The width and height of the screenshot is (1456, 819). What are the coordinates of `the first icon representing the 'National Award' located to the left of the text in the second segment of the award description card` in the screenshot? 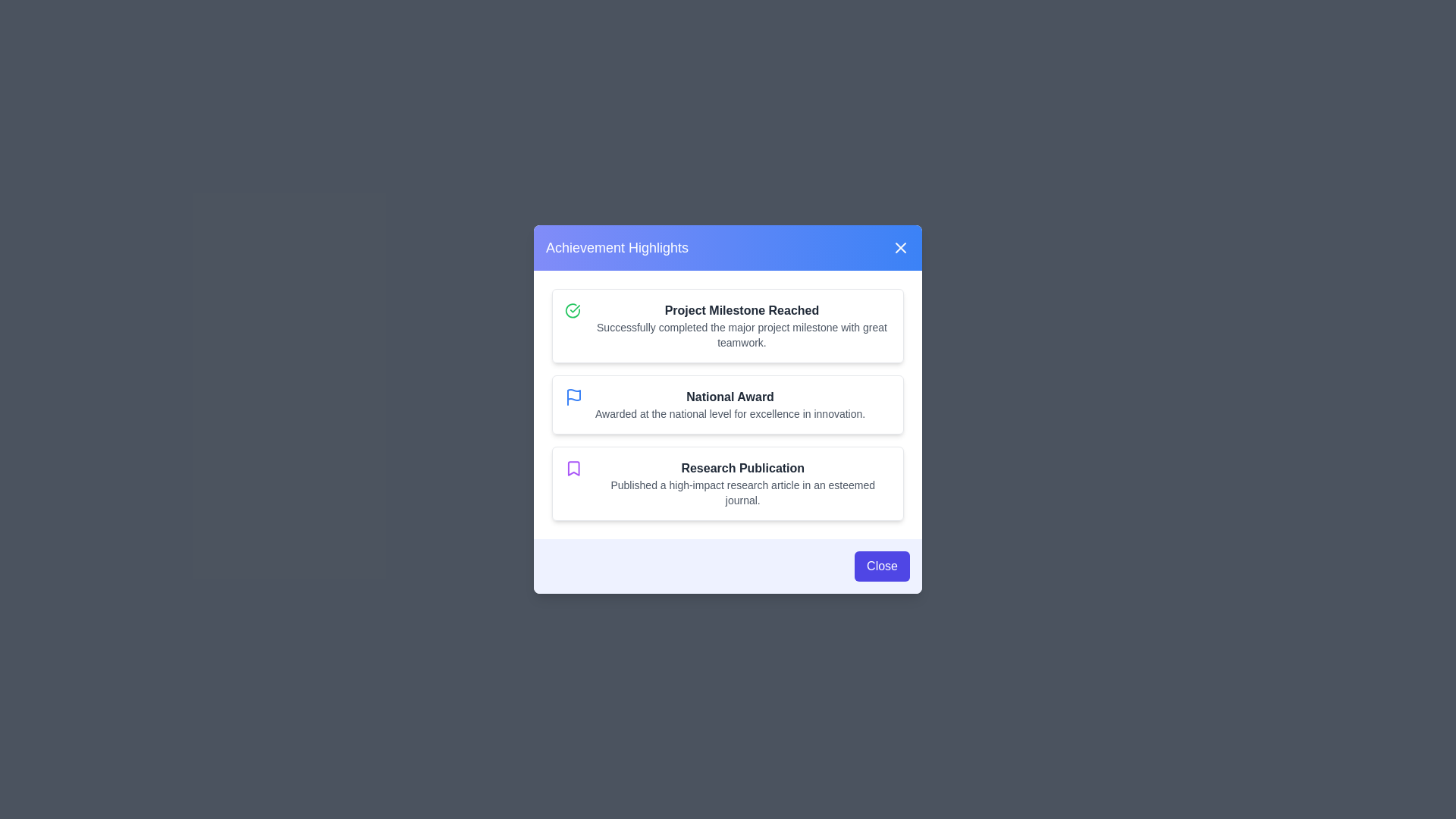 It's located at (573, 397).